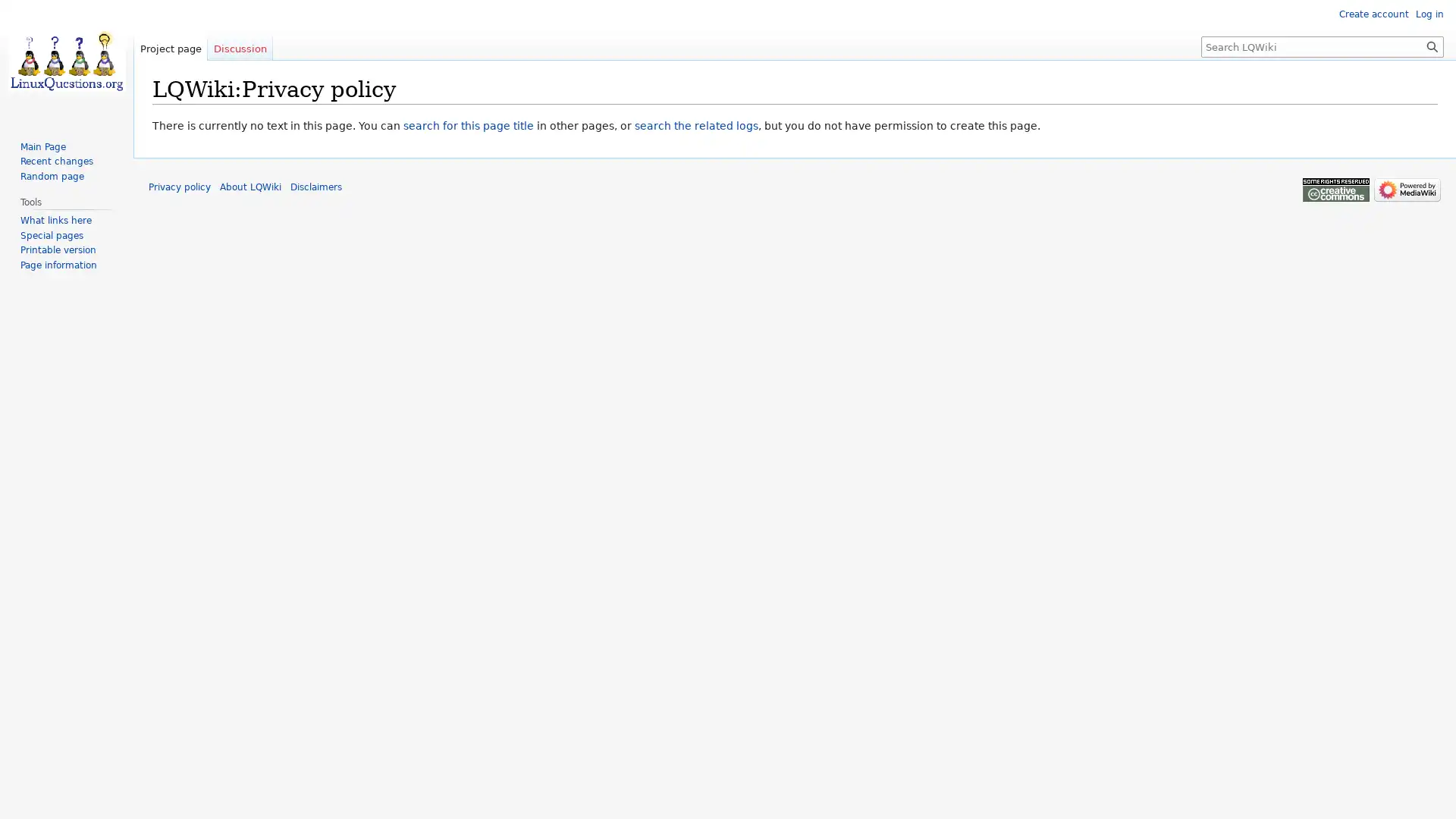  What do you see at coordinates (1432, 45) in the screenshot?
I see `Go` at bounding box center [1432, 45].